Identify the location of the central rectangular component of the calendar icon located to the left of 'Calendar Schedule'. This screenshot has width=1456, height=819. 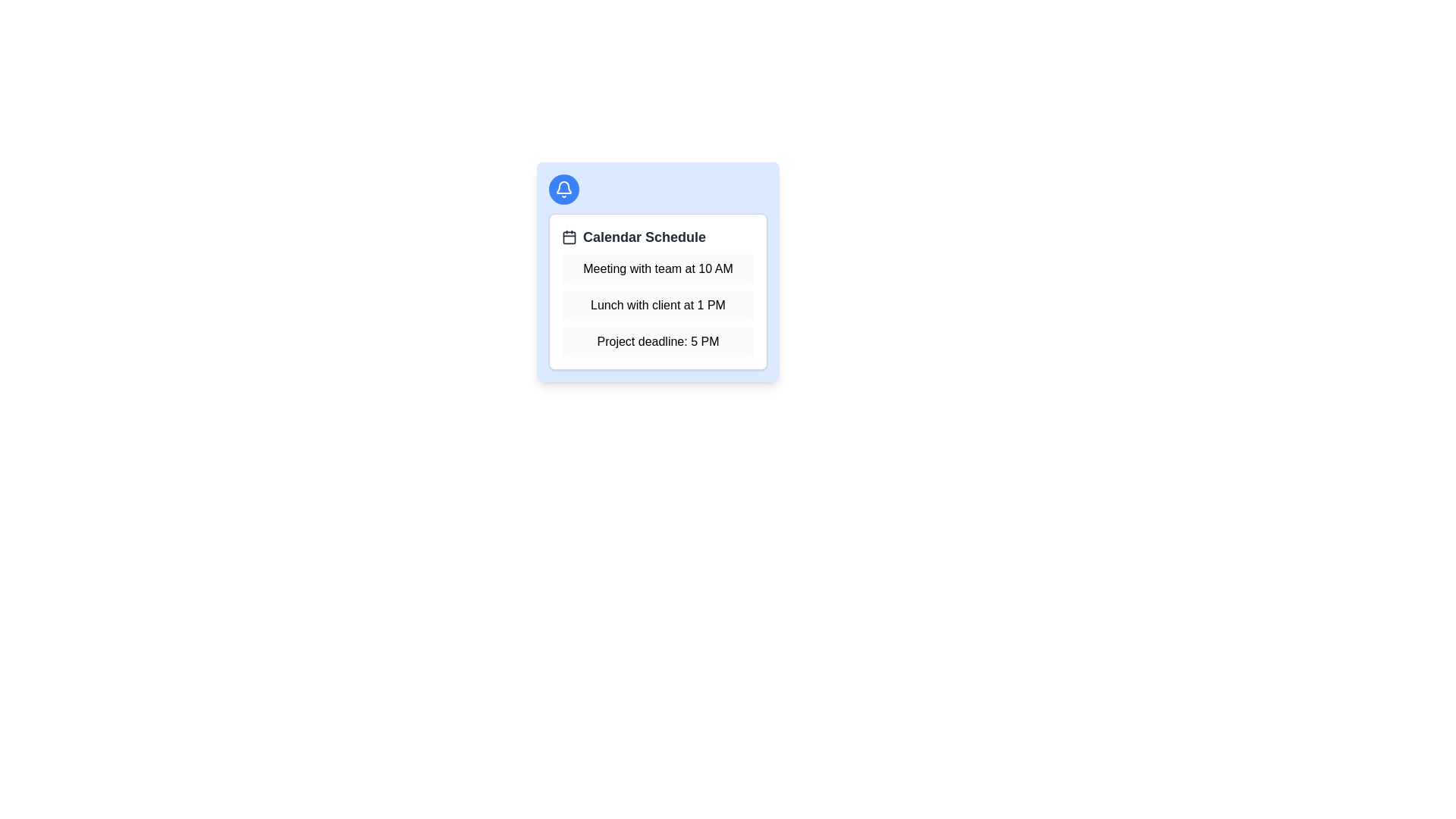
(568, 237).